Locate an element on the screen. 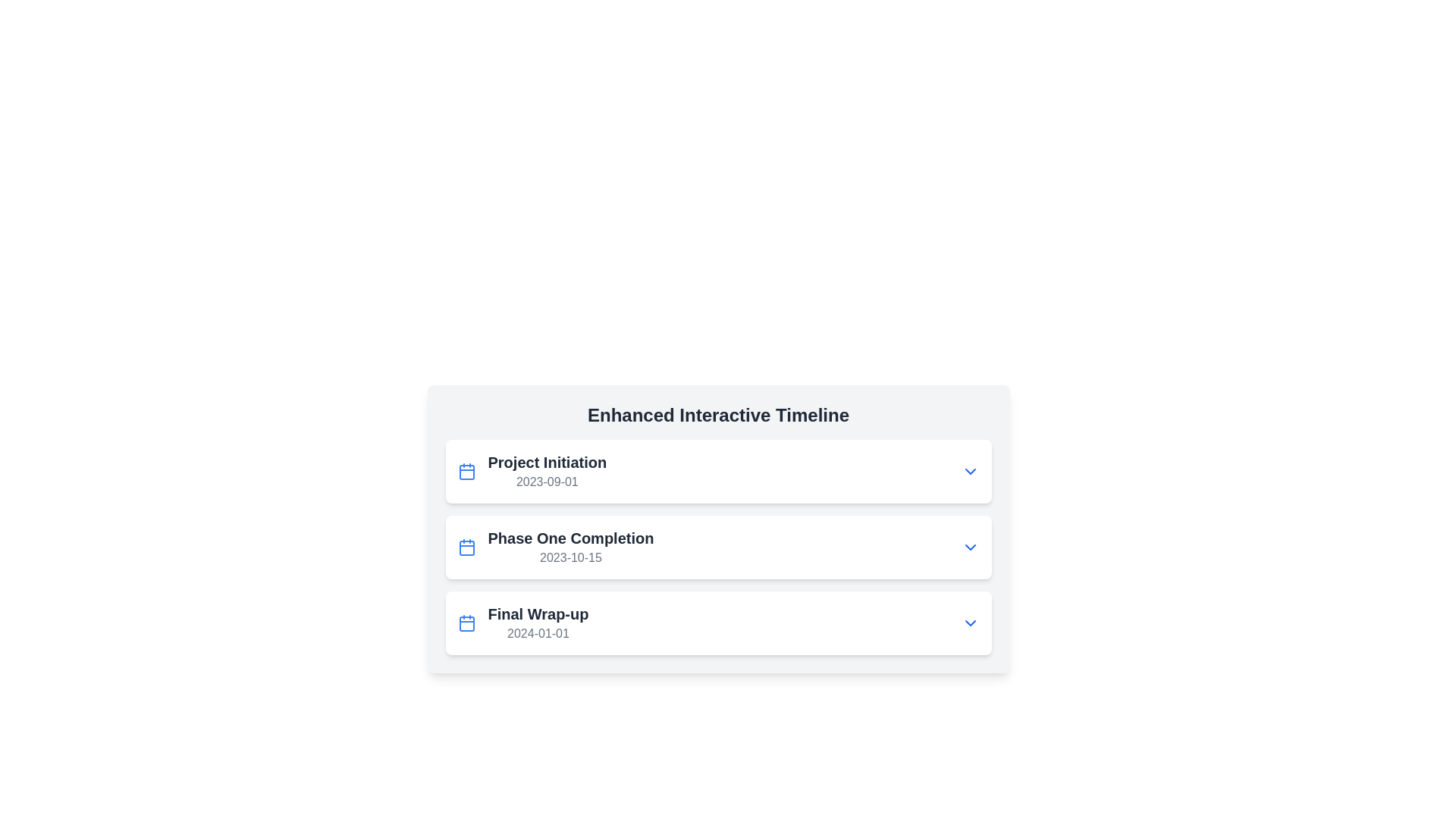  the second card in the 'Enhanced Interactive Timeline' that represents a specific phase, located between 'Project Initiation' and 'Final Wrap-up' is located at coordinates (717, 547).